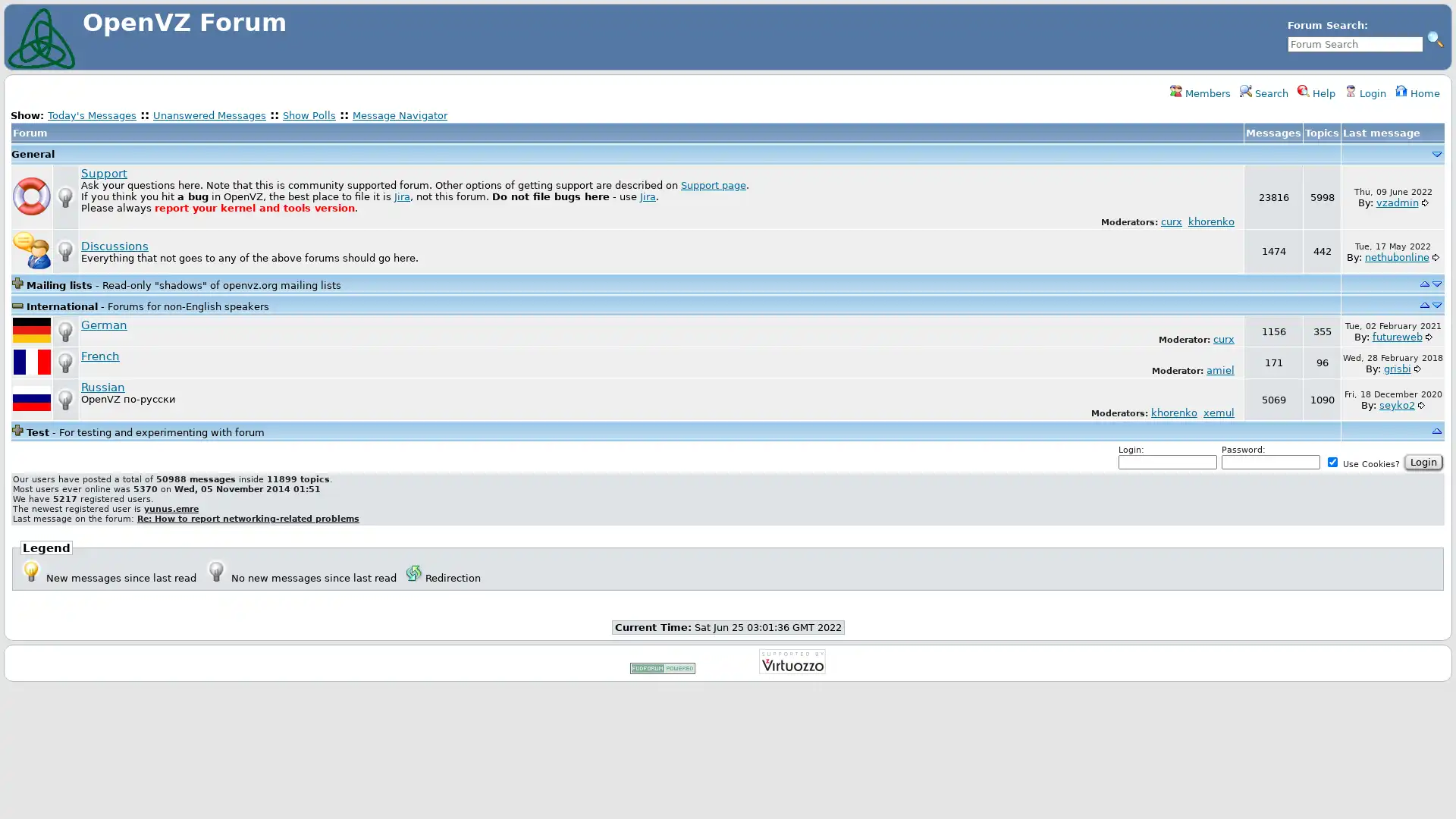  Describe the element at coordinates (1434, 38) in the screenshot. I see `Search` at that location.